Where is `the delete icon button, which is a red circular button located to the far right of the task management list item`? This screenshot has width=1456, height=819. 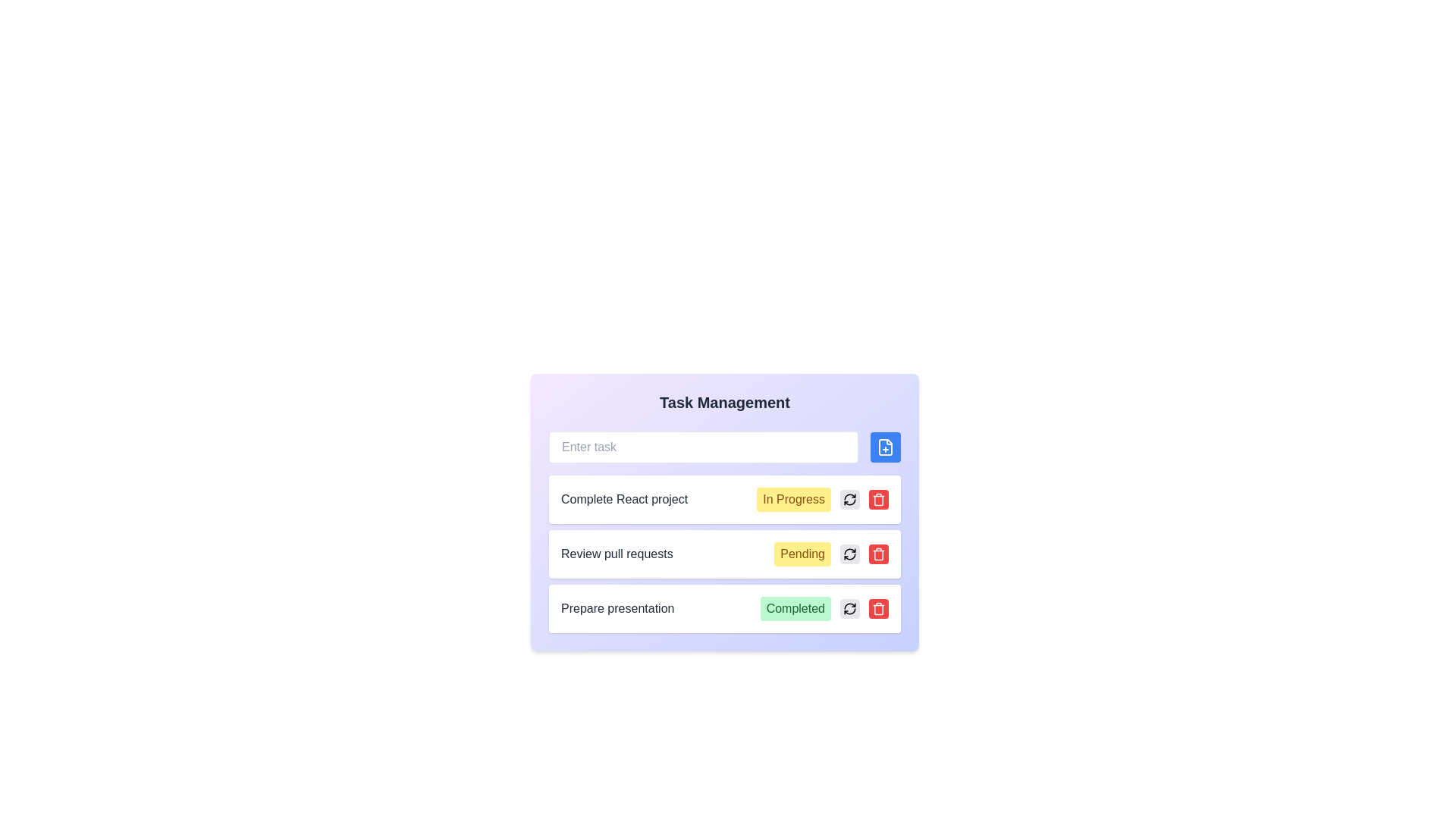
the delete icon button, which is a red circular button located to the far right of the task management list item is located at coordinates (878, 500).